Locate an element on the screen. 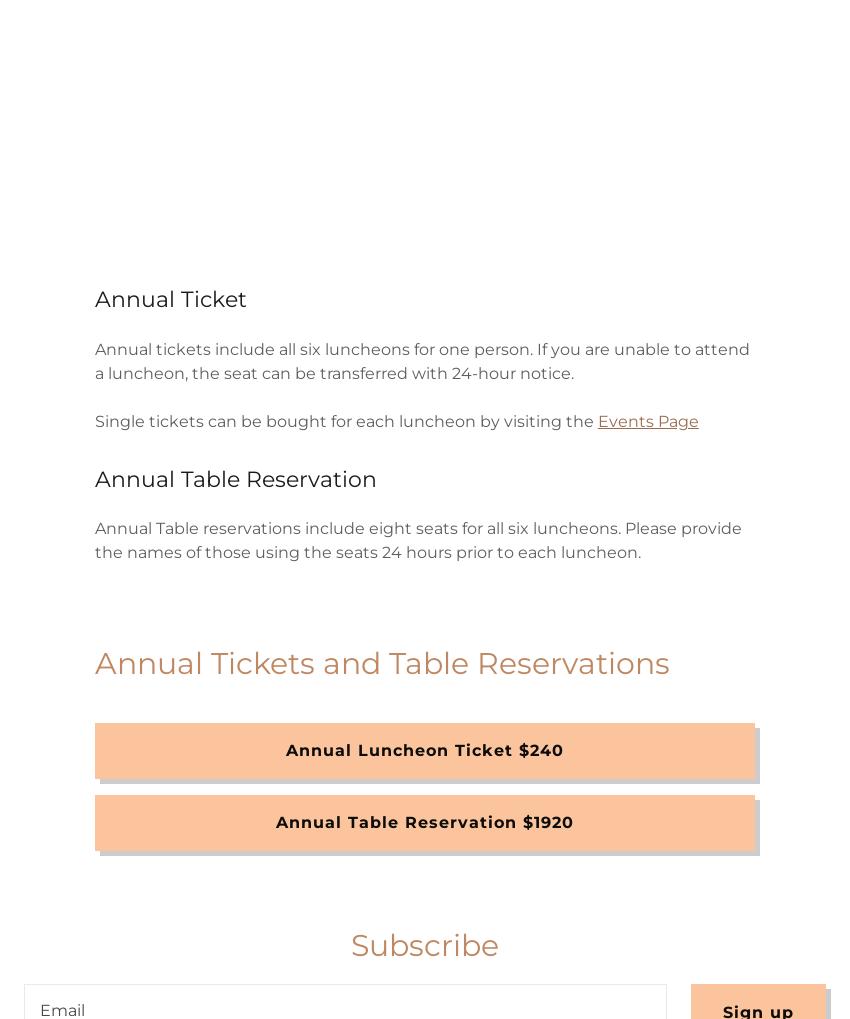  'Annual Luncheon Ticket $240' is located at coordinates (424, 749).